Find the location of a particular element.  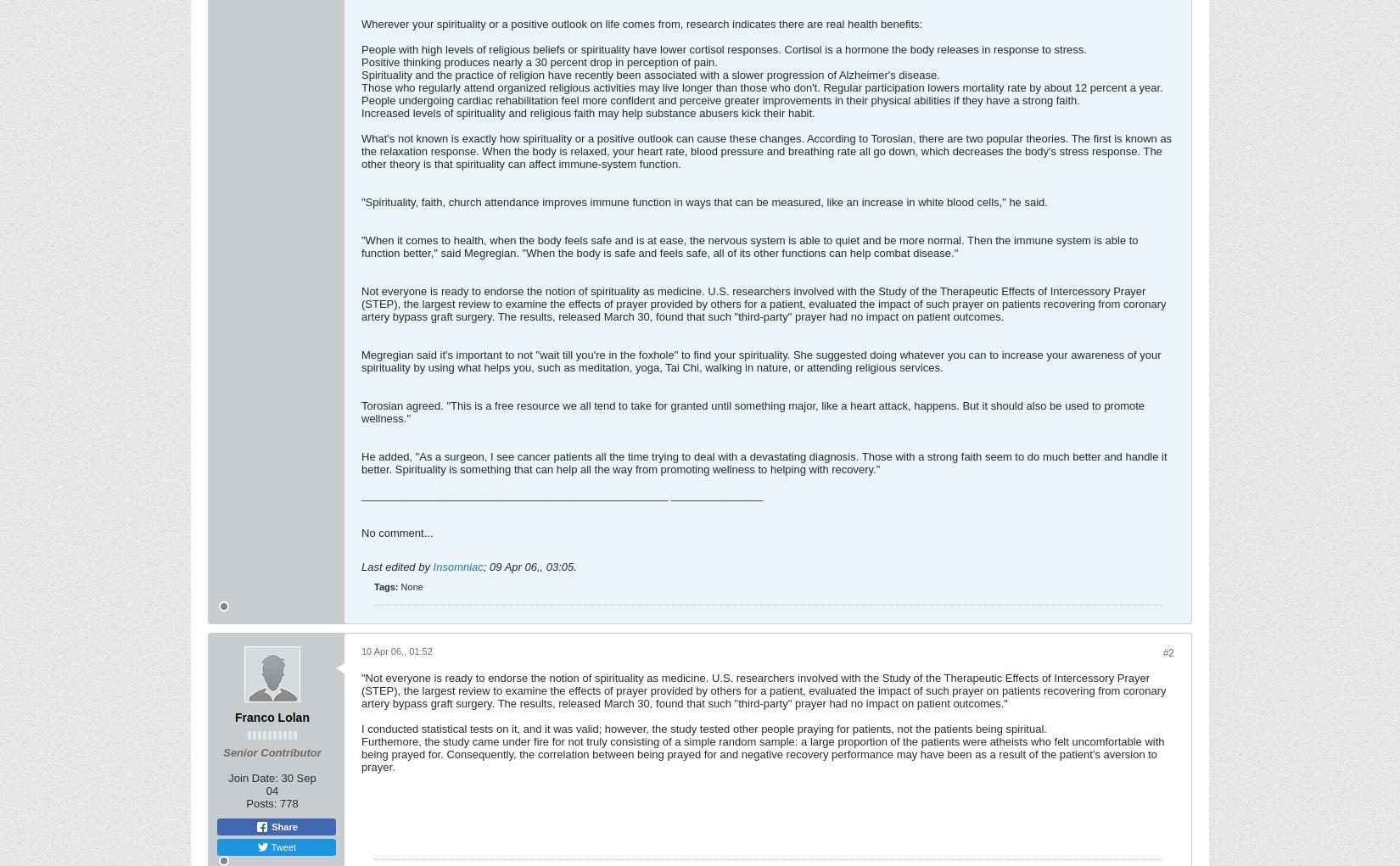

'Posts:' is located at coordinates (261, 802).